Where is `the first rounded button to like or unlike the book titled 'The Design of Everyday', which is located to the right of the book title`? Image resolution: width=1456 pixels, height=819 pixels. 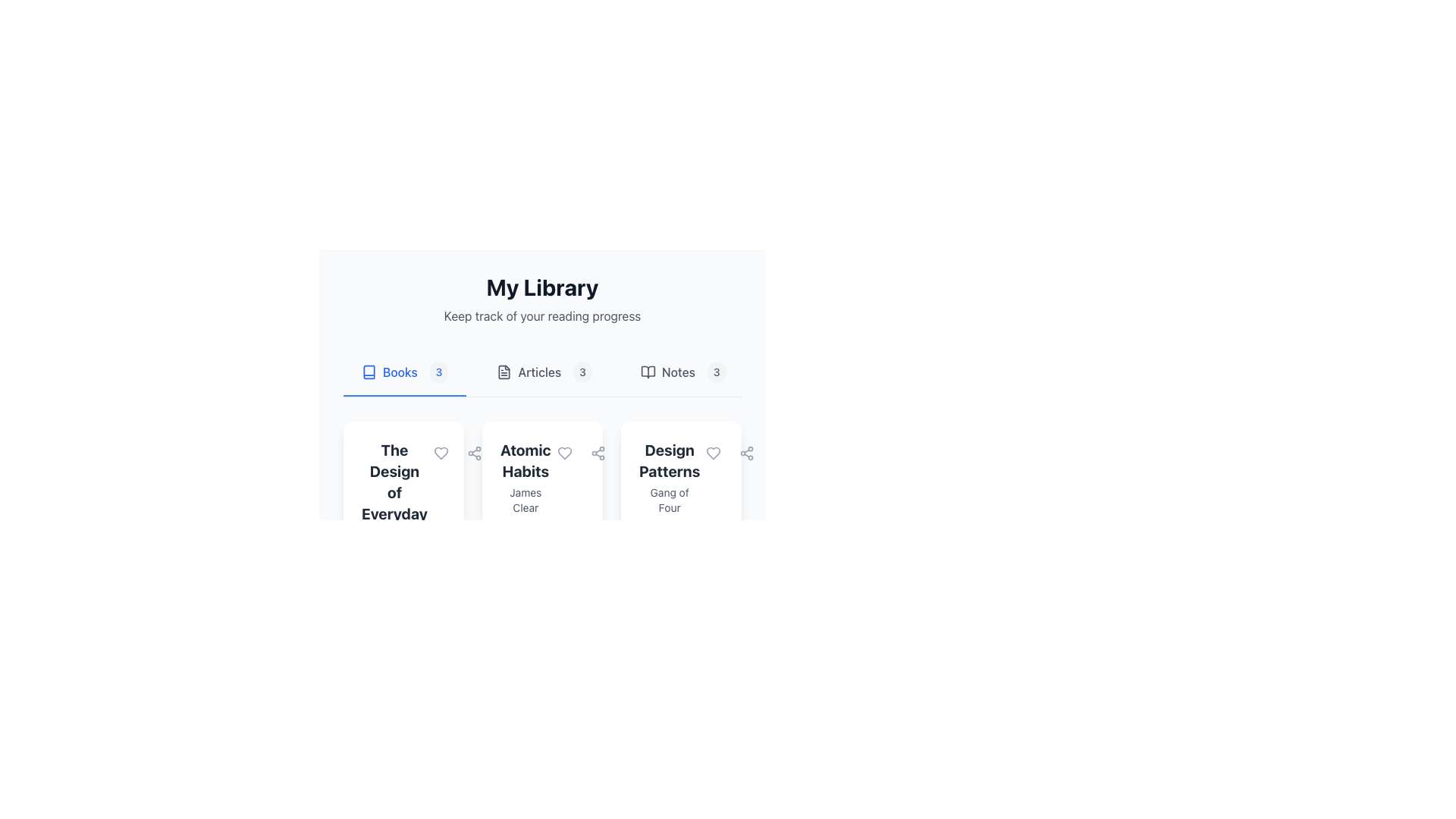
the first rounded button to like or unlike the book titled 'The Design of Everyday', which is located to the right of the book title is located at coordinates (440, 452).